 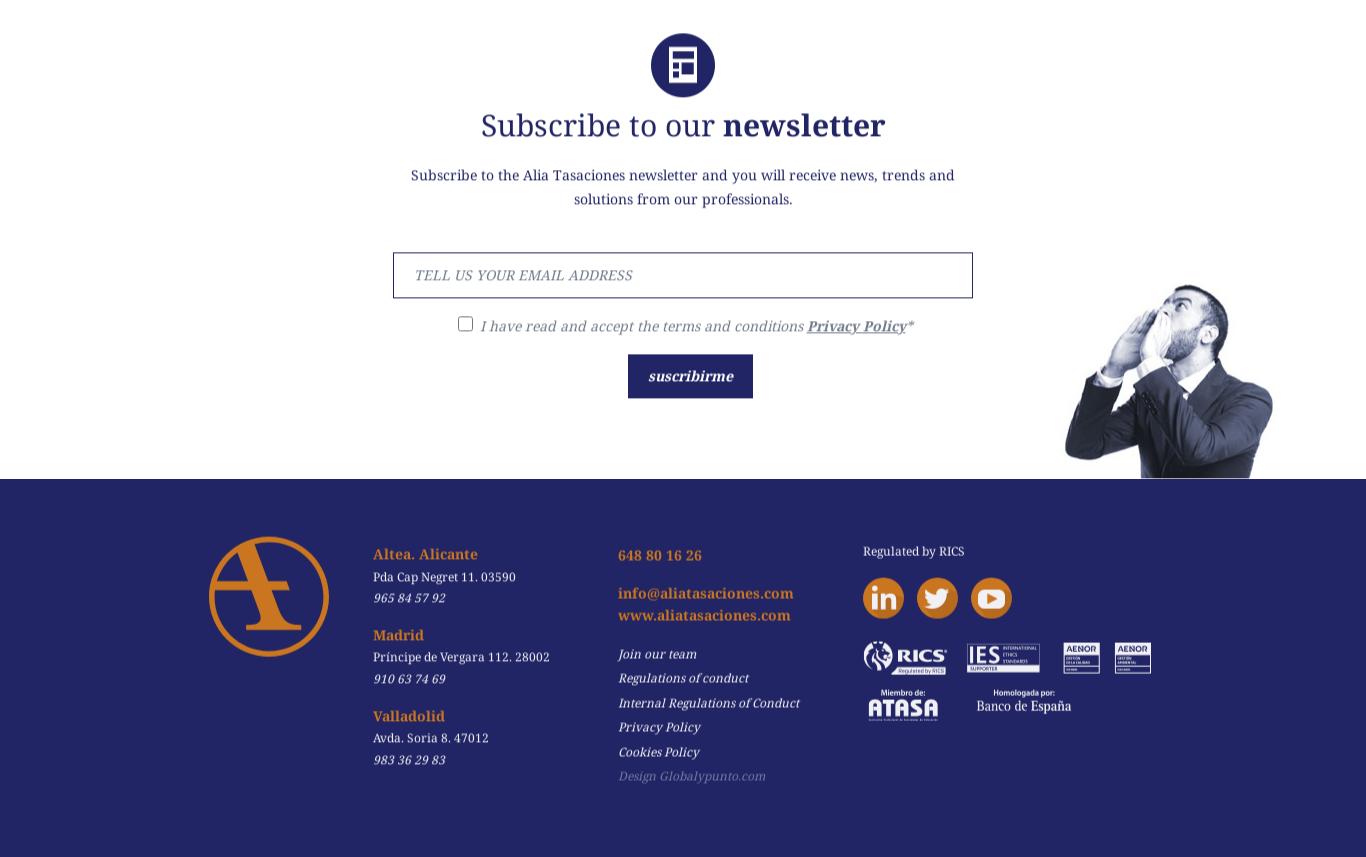 I want to click on 'Valladolid', so click(x=370, y=699).